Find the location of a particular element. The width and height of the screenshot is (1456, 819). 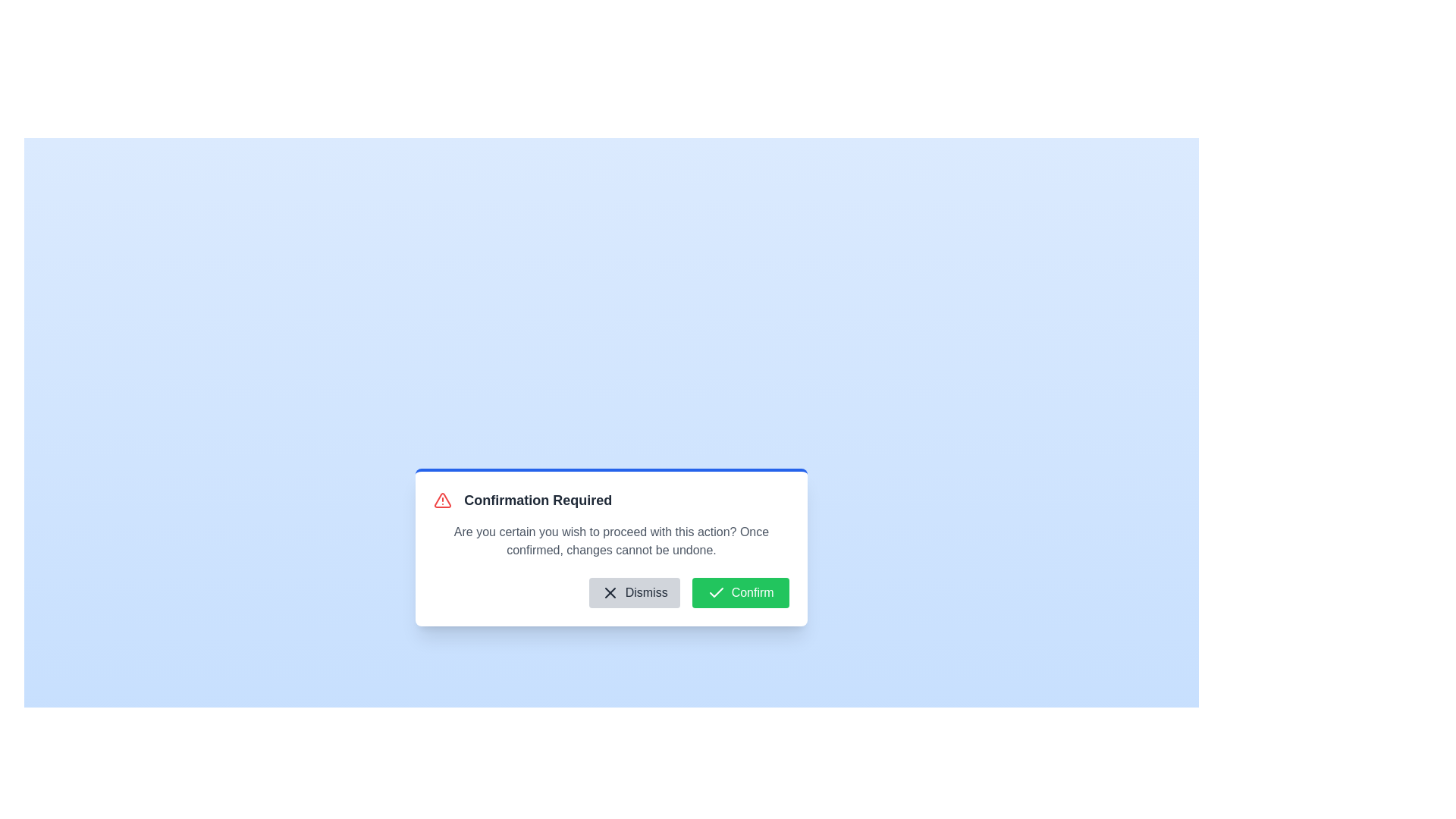

the close icon located near the top-left corner of the dialog box is located at coordinates (610, 592).